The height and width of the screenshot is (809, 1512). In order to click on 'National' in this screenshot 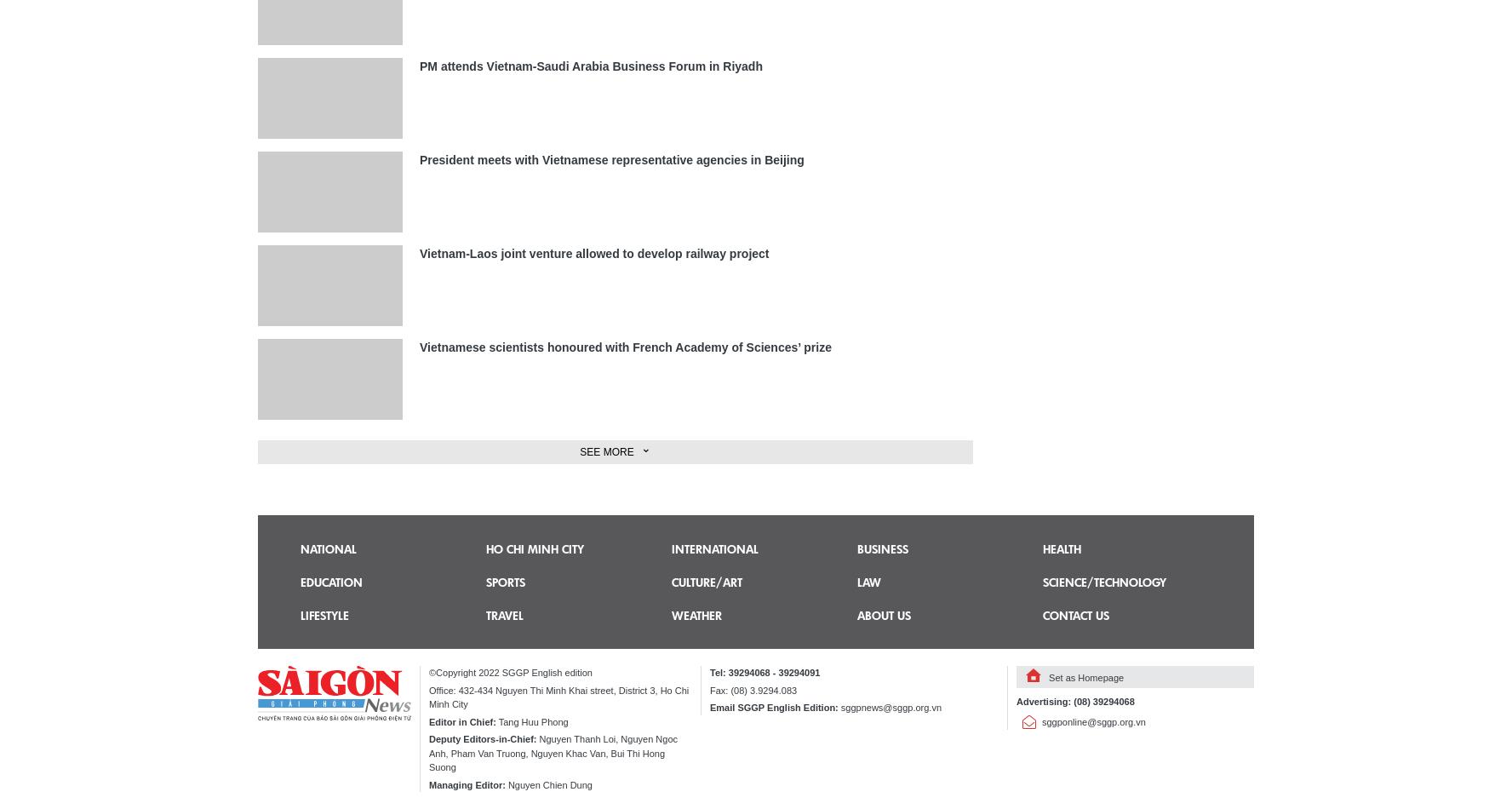, I will do `click(328, 548)`.